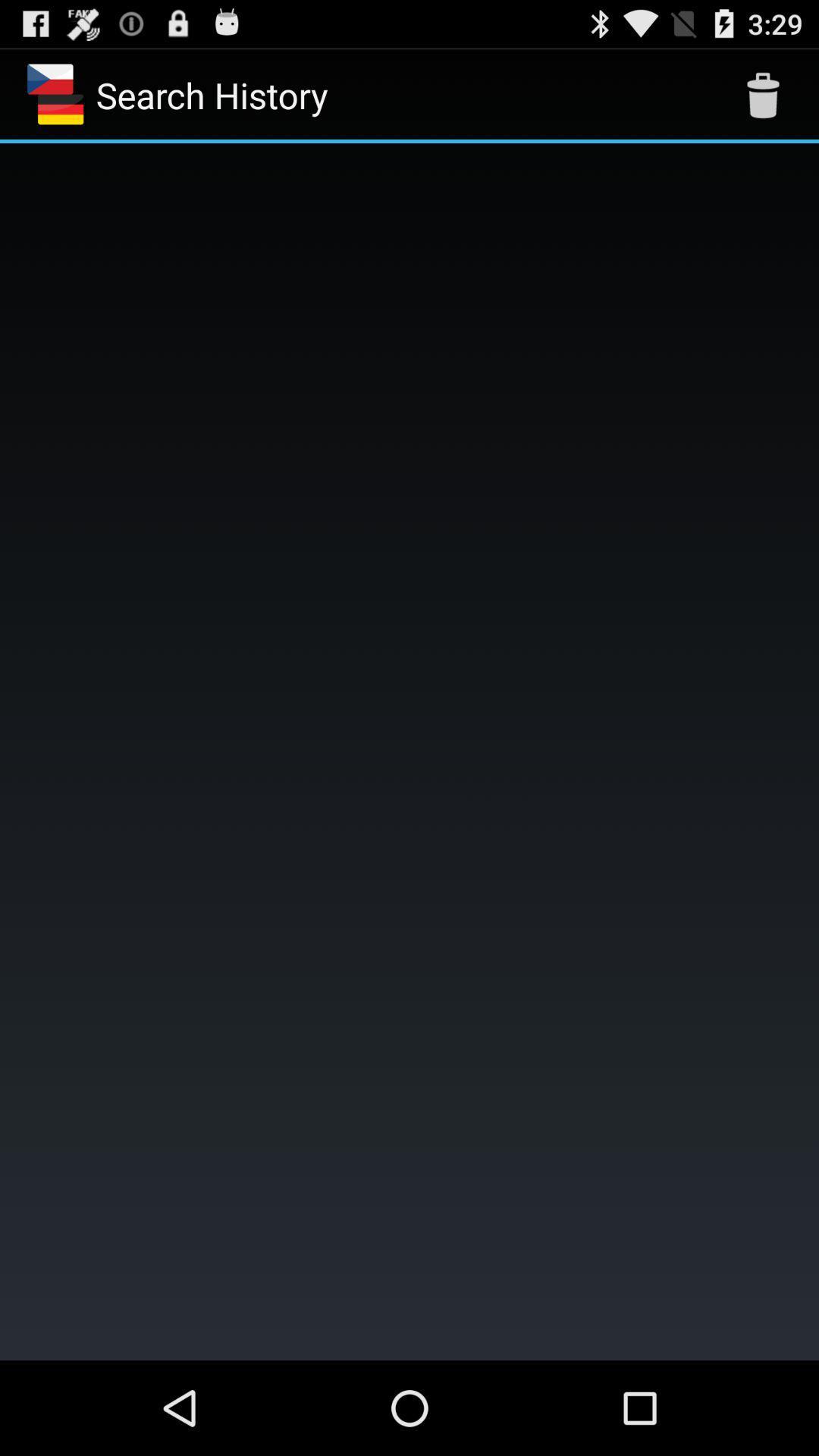 This screenshot has width=819, height=1456. Describe the element at coordinates (763, 94) in the screenshot. I see `the item at the top right corner` at that location.